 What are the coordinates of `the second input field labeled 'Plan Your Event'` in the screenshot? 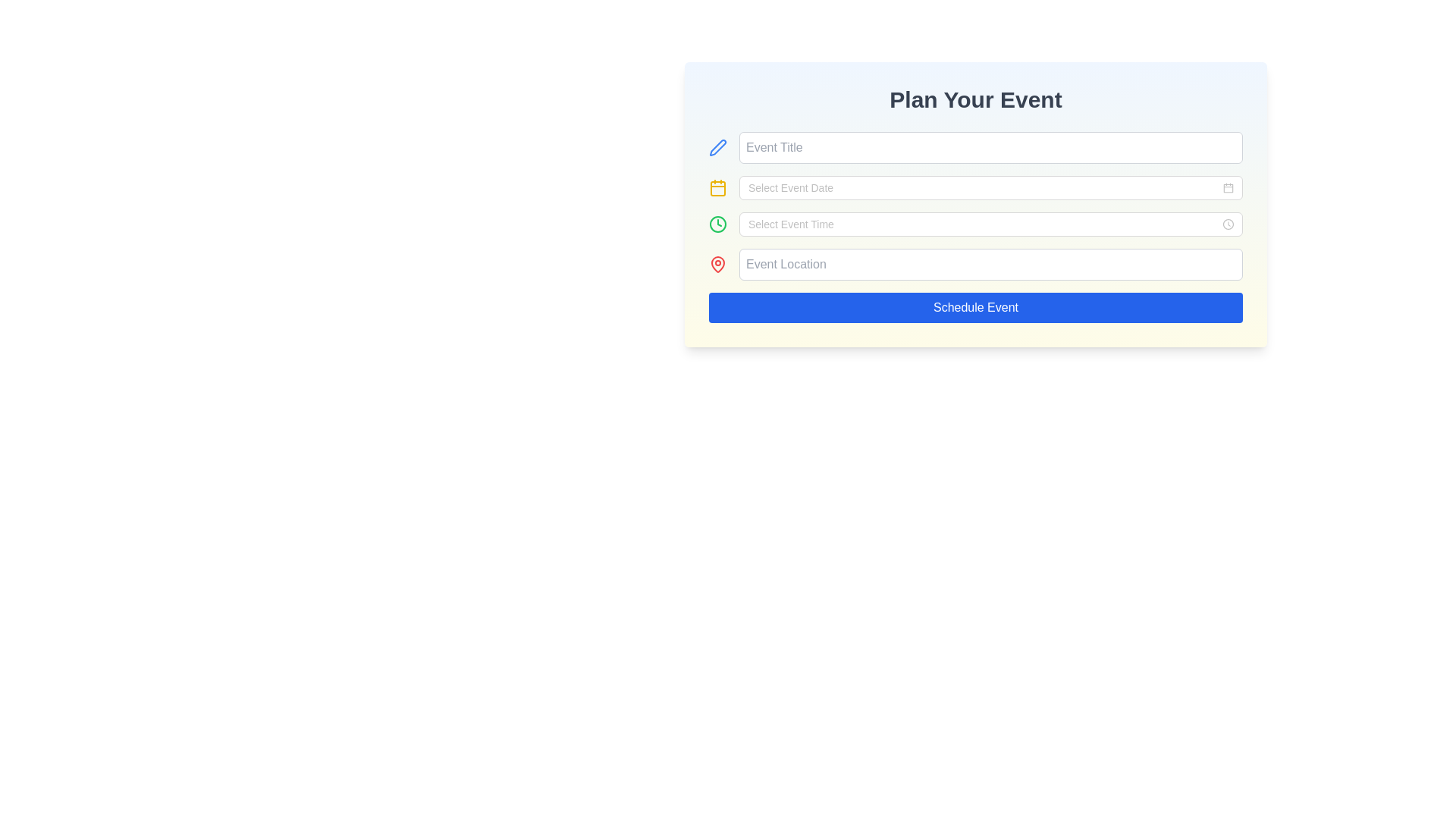 It's located at (984, 187).